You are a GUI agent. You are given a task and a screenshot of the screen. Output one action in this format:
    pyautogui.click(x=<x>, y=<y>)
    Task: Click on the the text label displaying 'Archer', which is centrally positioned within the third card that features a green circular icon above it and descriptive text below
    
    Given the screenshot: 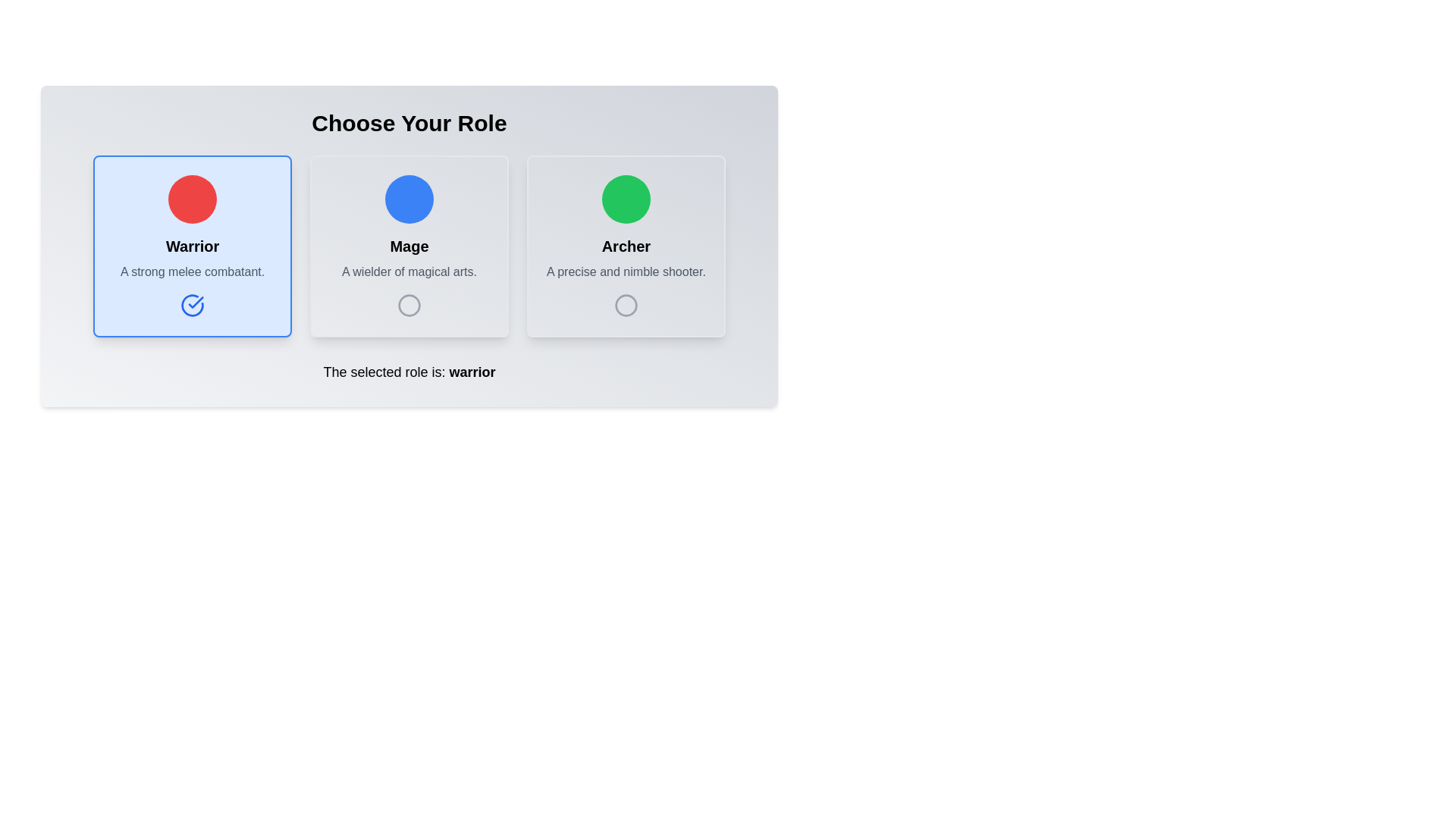 What is the action you would take?
    pyautogui.click(x=626, y=245)
    